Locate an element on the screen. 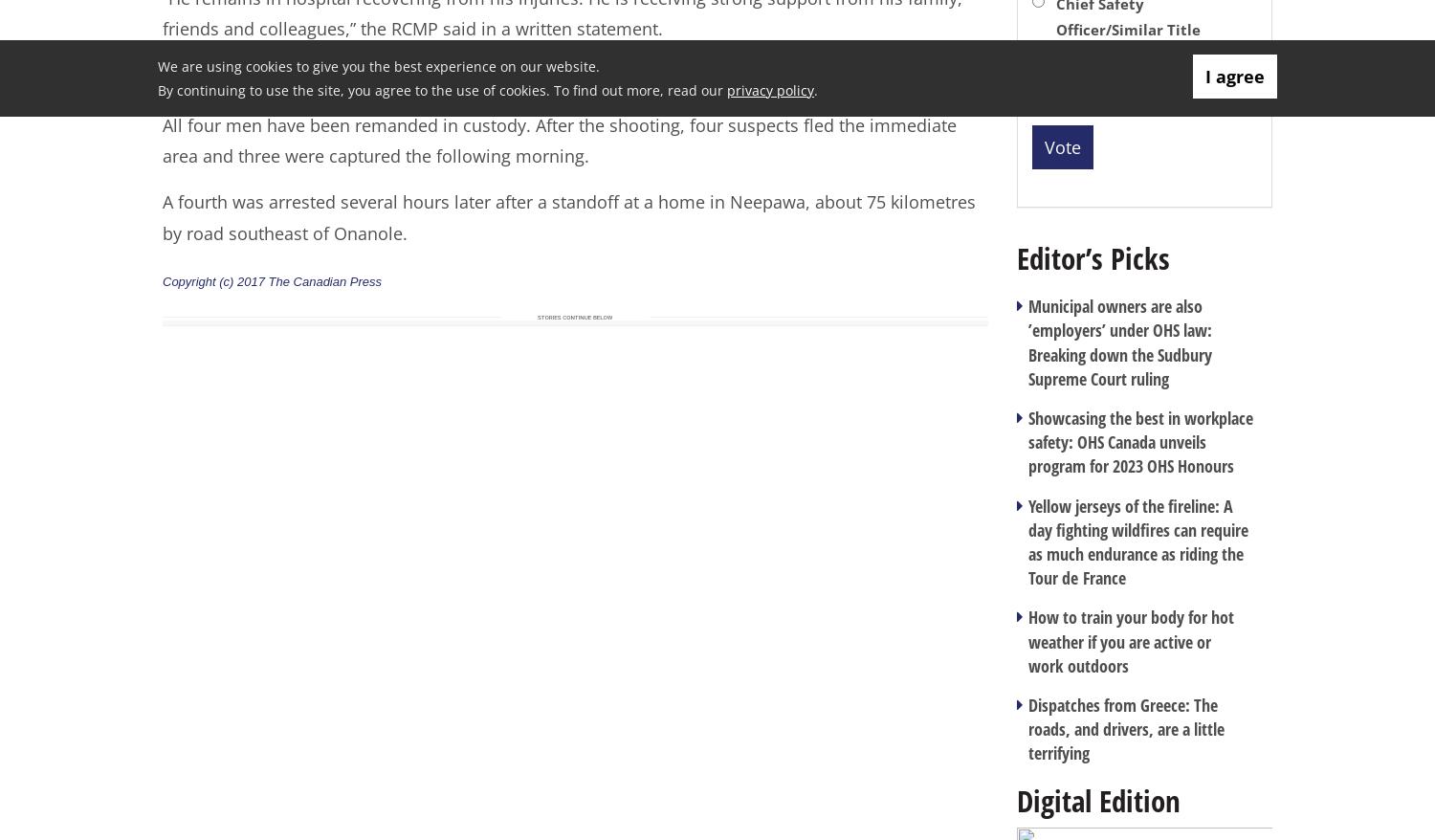  'All four men have been remanded in custody. After the shooting, four suspects fled the immediate area and three were captured the following morning.' is located at coordinates (162, 140).